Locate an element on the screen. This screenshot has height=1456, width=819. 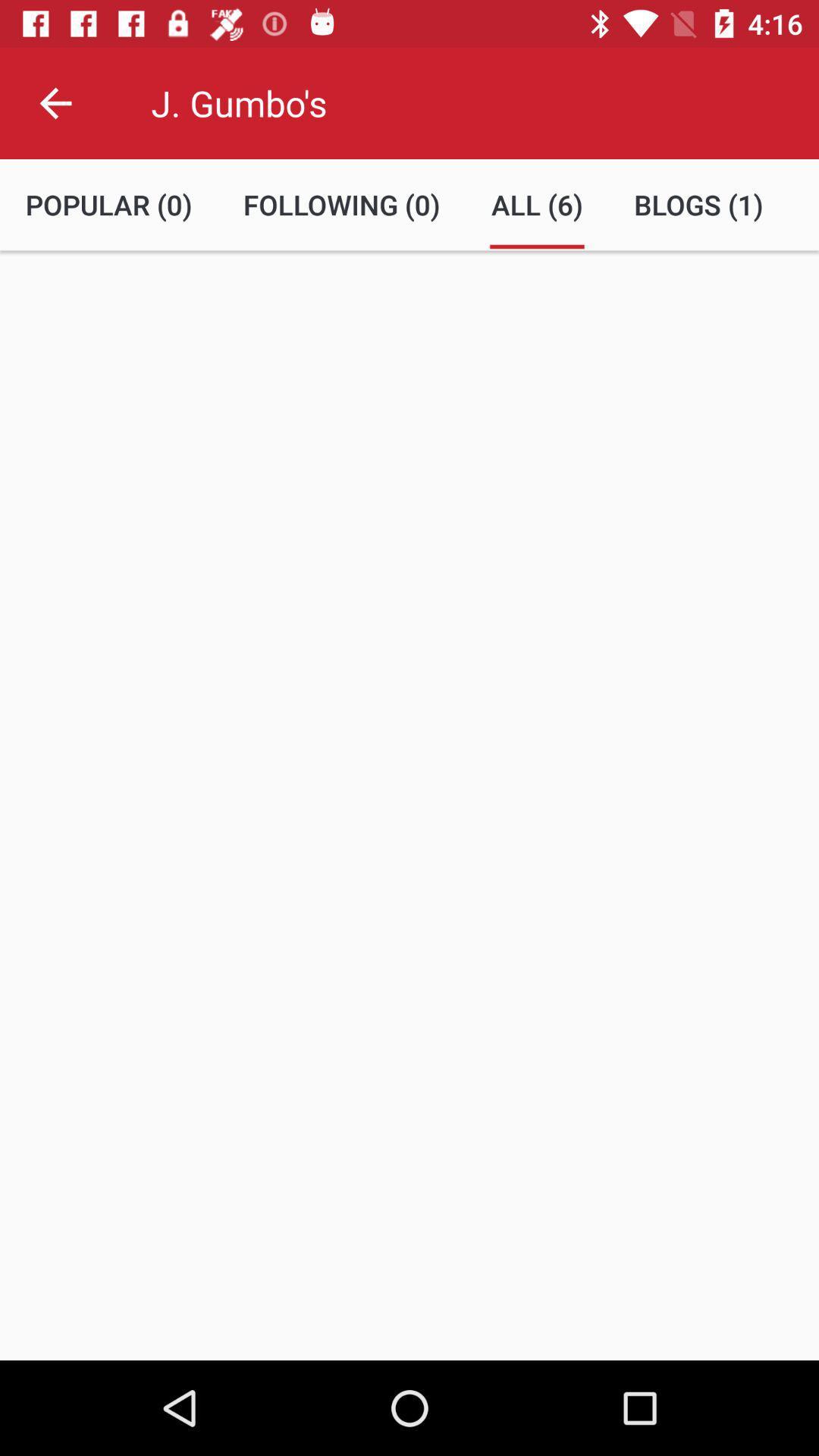
icon next to following (0) icon is located at coordinates (536, 204).